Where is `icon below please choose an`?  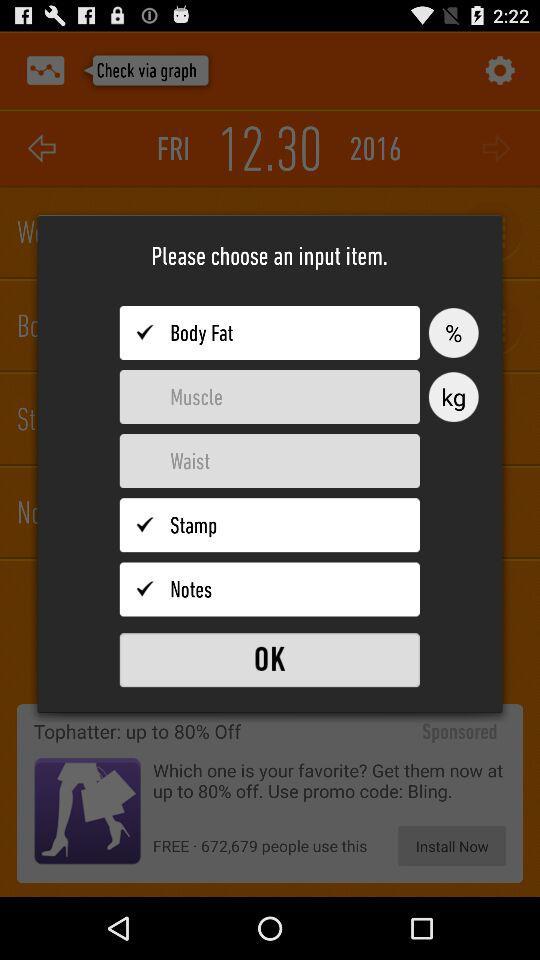
icon below please choose an is located at coordinates (453, 333).